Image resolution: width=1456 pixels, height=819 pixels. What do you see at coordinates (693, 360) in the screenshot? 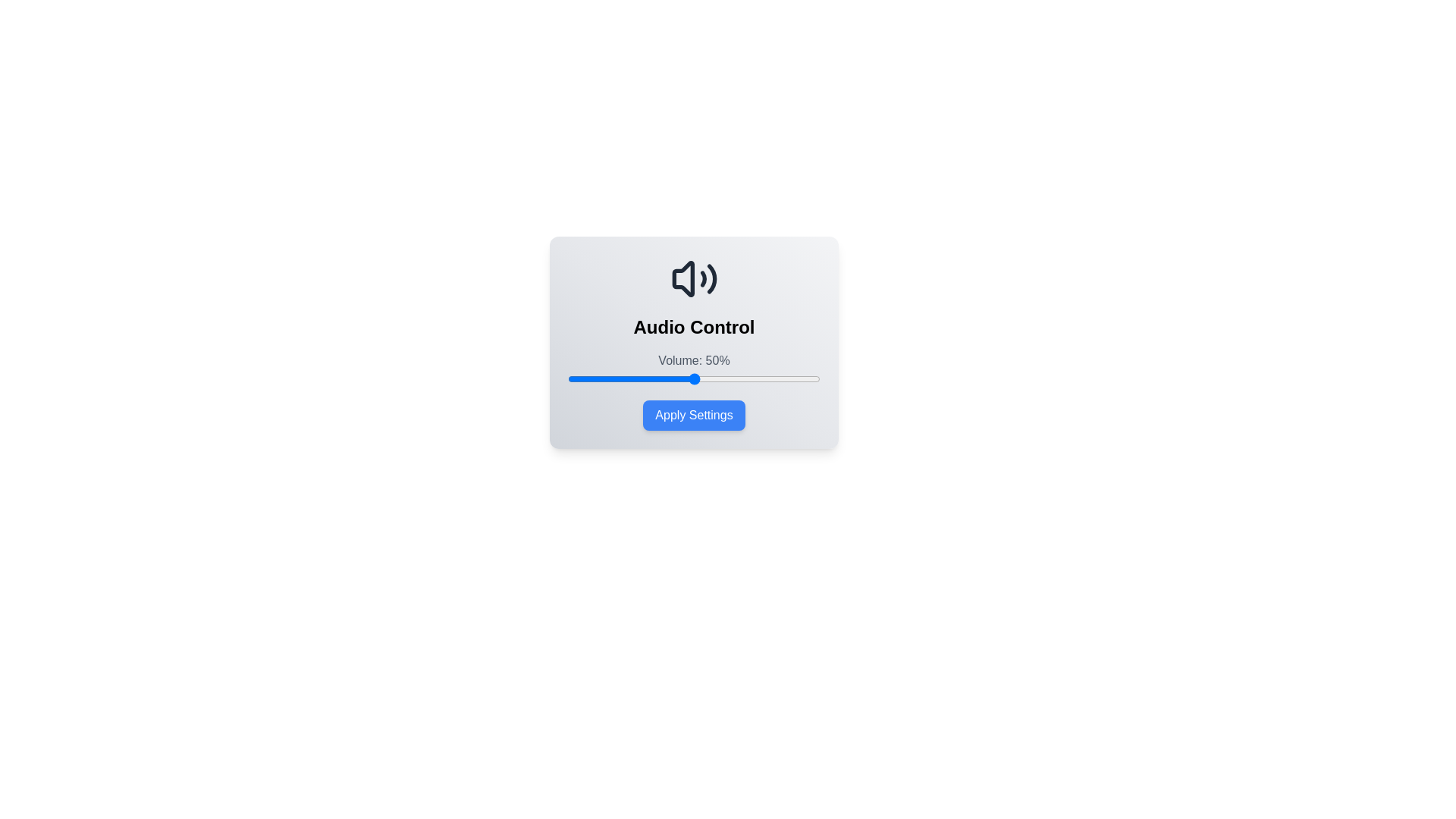
I see `the static text label displaying the current volume level at '50%', which is located beneath the 'Audio Control' header and above the progress slider bar` at bounding box center [693, 360].